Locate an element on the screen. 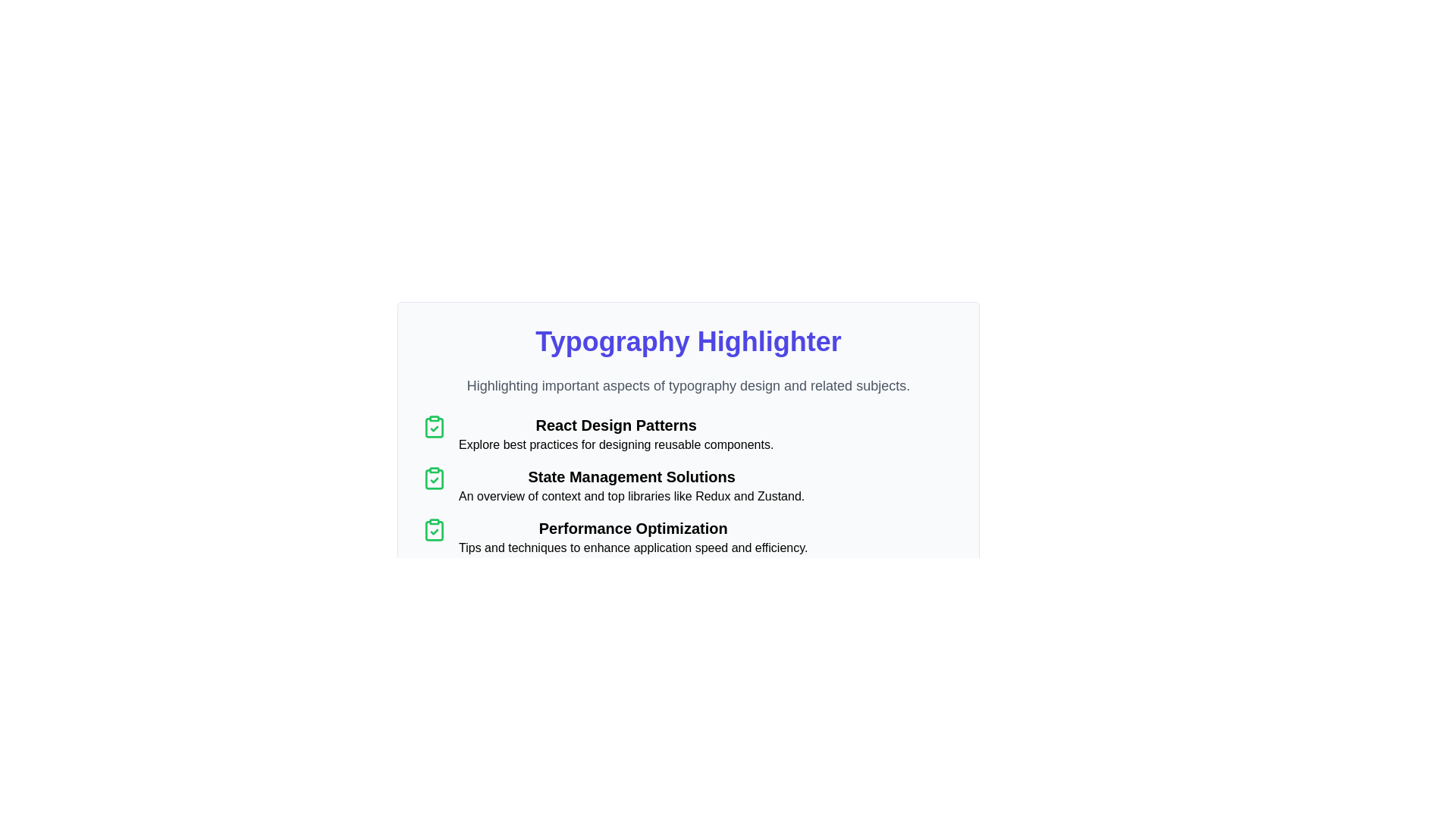 This screenshot has height=819, width=1456. the bold text element reading 'React Design Patterns', which is positioned at the top of the first entry in a vertical list within a card-like layout is located at coordinates (616, 425).